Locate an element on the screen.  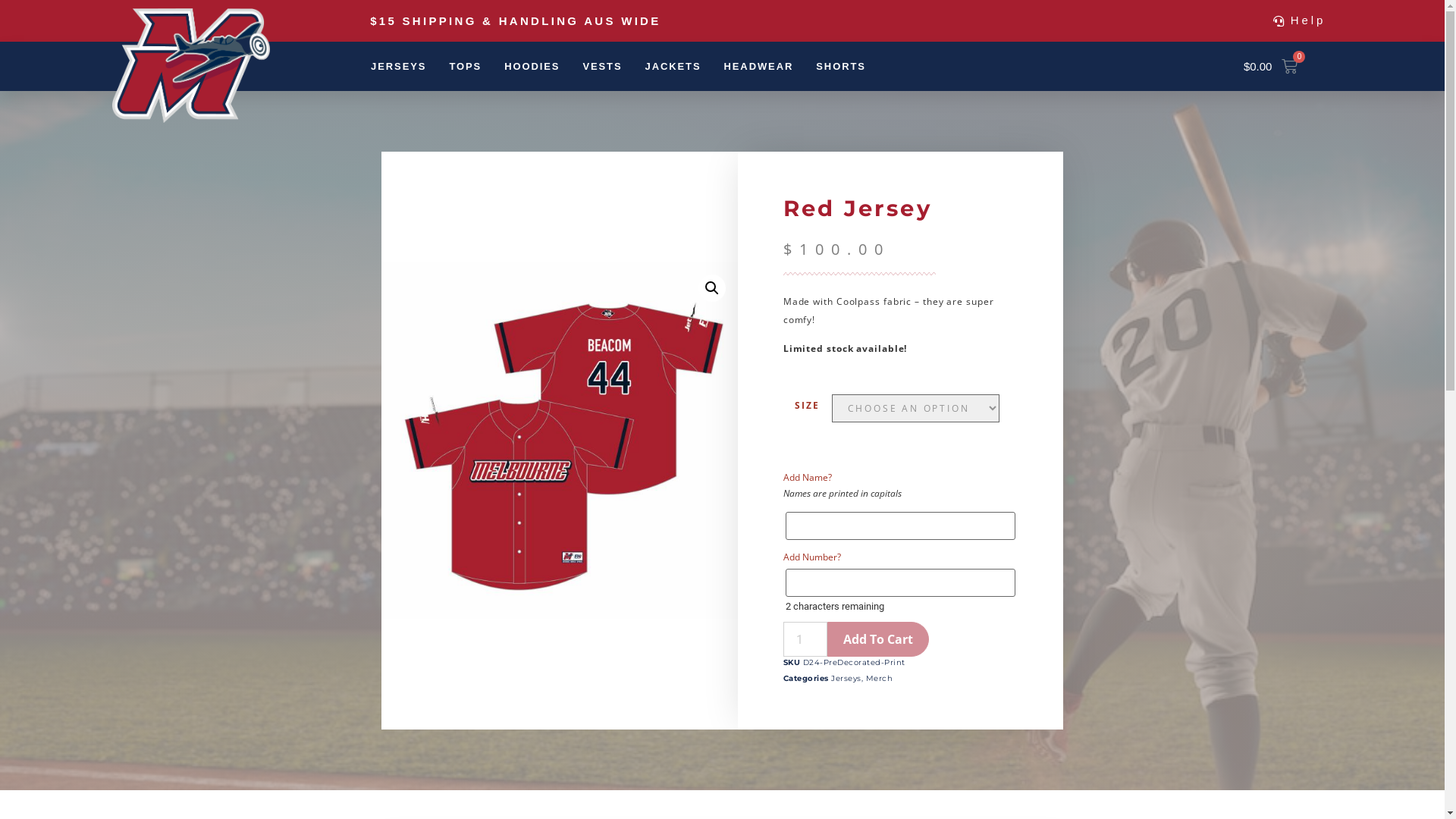
'JERSEYS' is located at coordinates (398, 65).